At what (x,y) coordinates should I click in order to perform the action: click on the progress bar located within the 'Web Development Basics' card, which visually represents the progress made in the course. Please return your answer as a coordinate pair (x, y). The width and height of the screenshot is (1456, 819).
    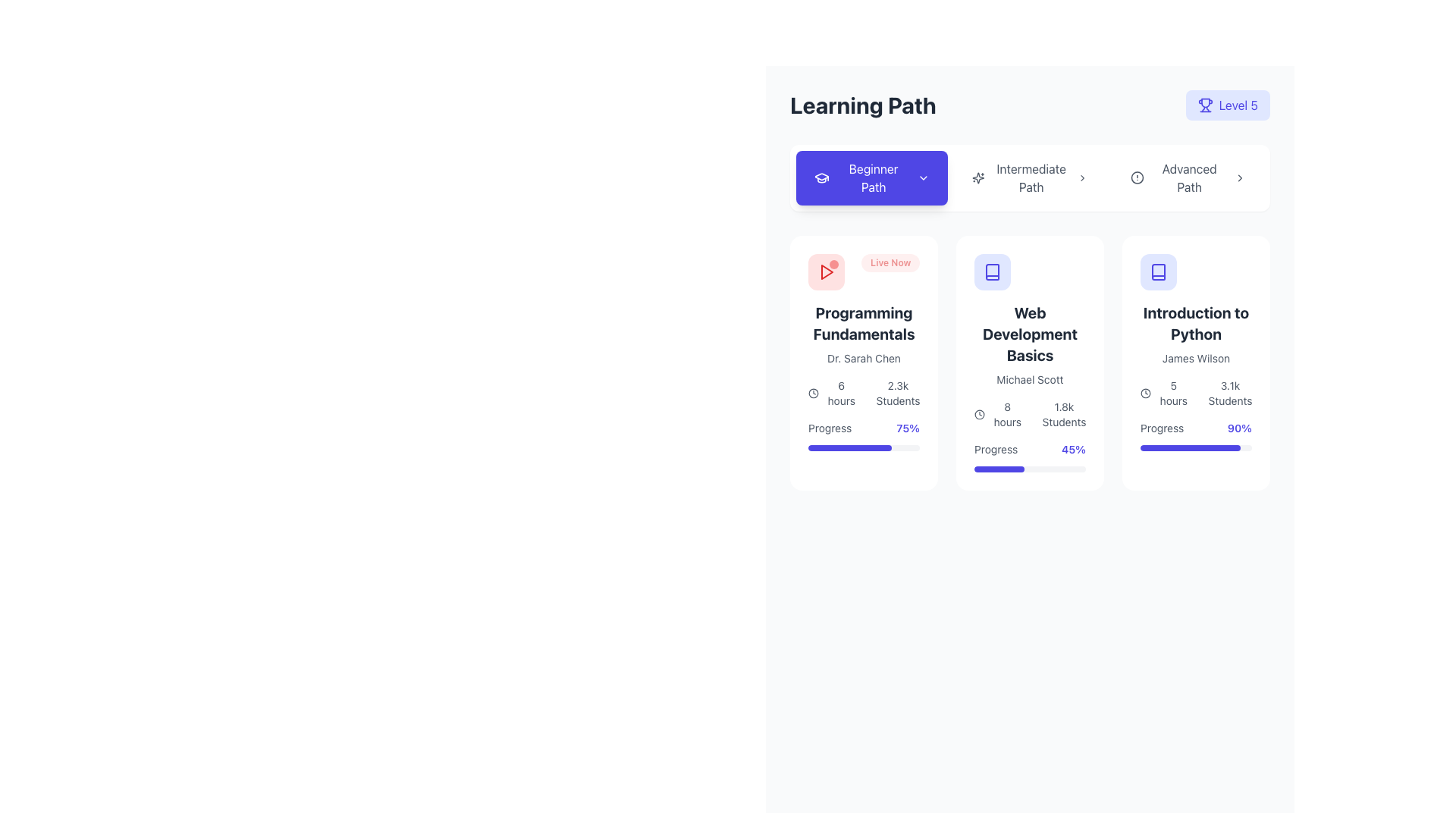
    Looking at the image, I should click on (999, 468).